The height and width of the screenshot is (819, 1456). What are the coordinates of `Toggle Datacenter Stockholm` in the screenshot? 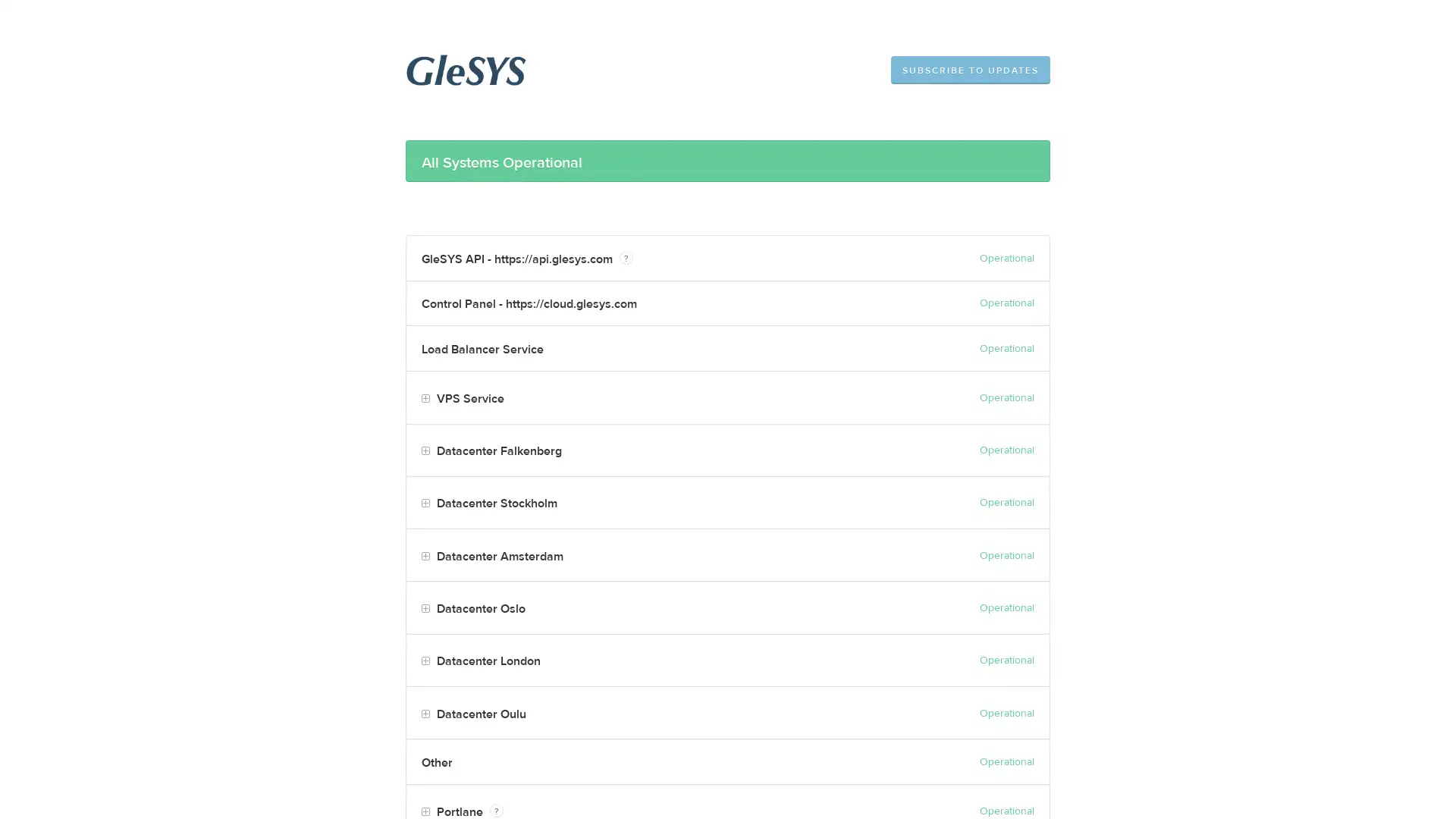 It's located at (425, 504).